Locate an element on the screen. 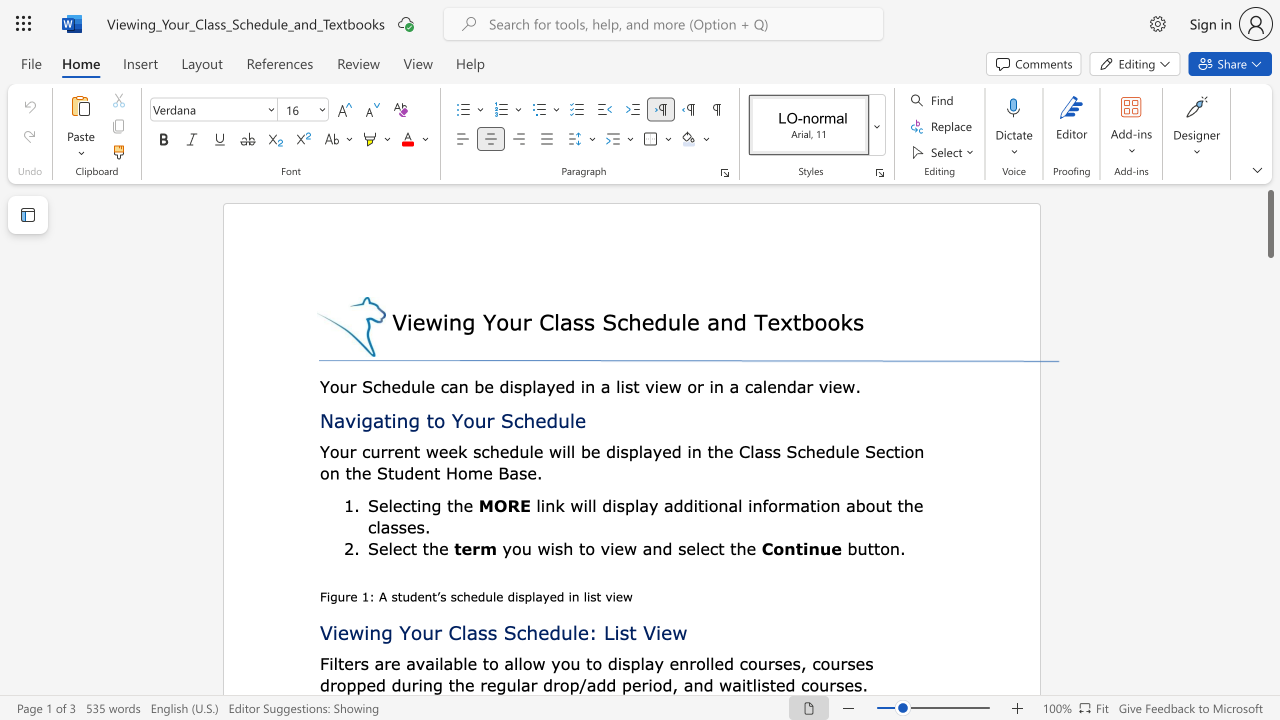  the scrollbar on the right to move the page downward is located at coordinates (1269, 328).